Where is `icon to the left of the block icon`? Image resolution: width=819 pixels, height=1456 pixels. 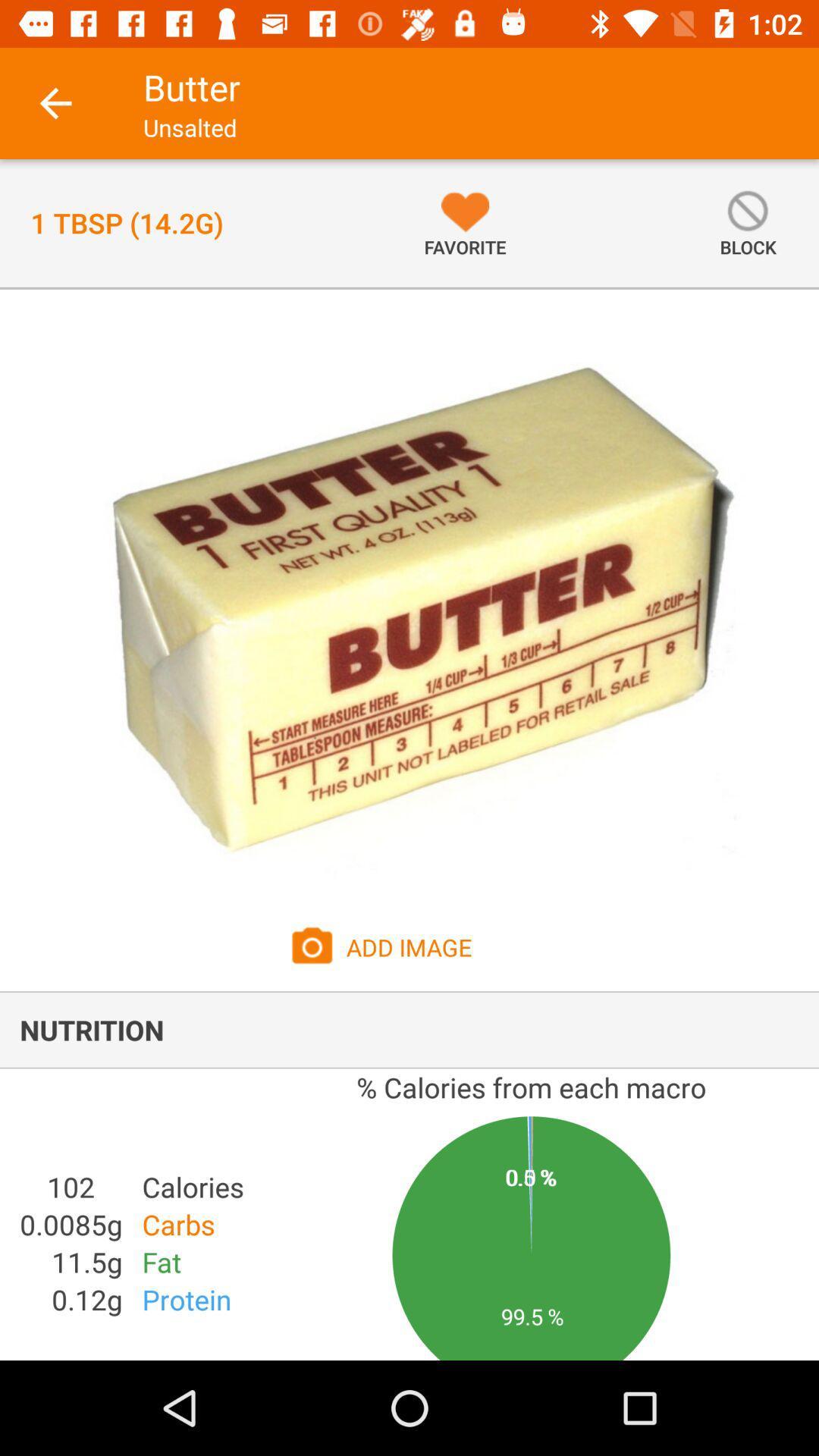 icon to the left of the block icon is located at coordinates (464, 222).